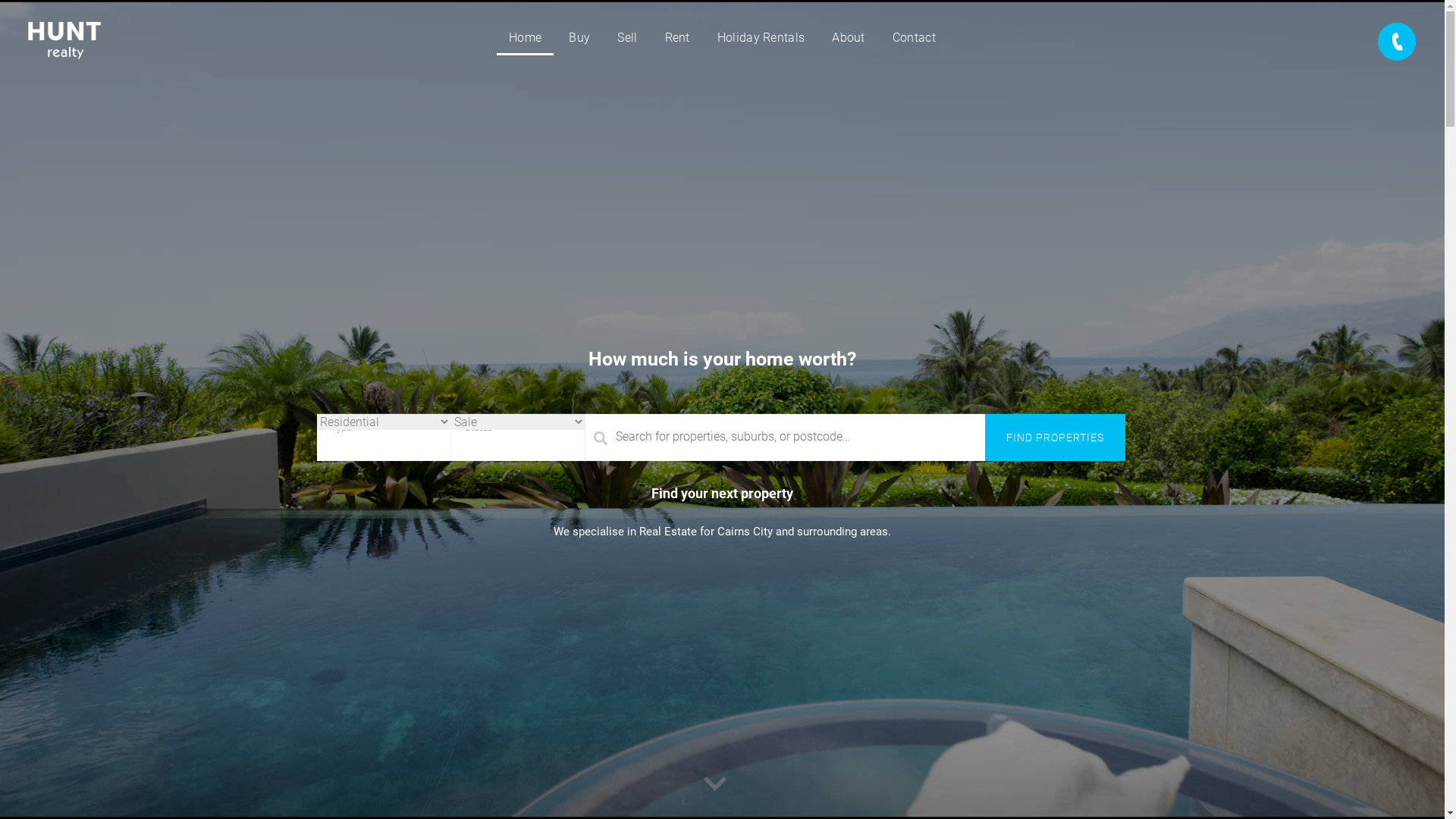  Describe the element at coordinates (525, 37) in the screenshot. I see `'Home'` at that location.